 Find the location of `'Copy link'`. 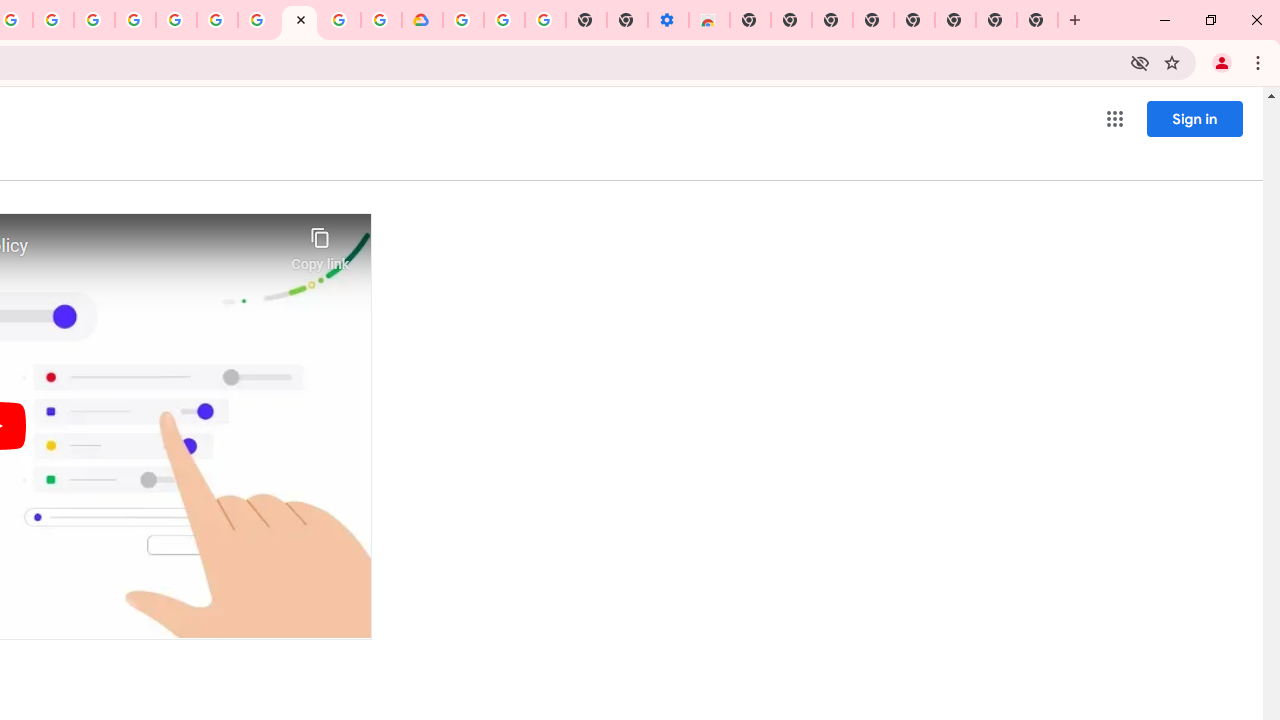

'Copy link' is located at coordinates (320, 243).